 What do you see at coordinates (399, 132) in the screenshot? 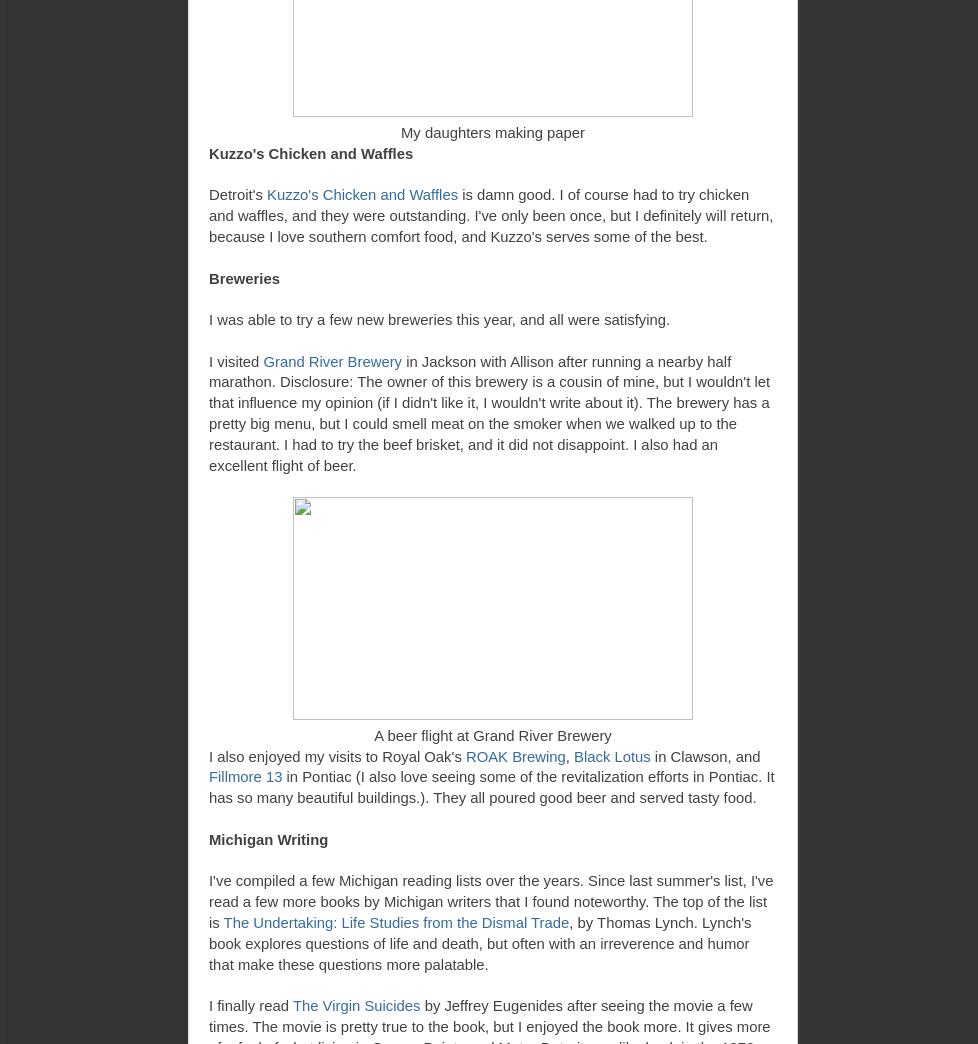
I see `'My daughters making paper'` at bounding box center [399, 132].